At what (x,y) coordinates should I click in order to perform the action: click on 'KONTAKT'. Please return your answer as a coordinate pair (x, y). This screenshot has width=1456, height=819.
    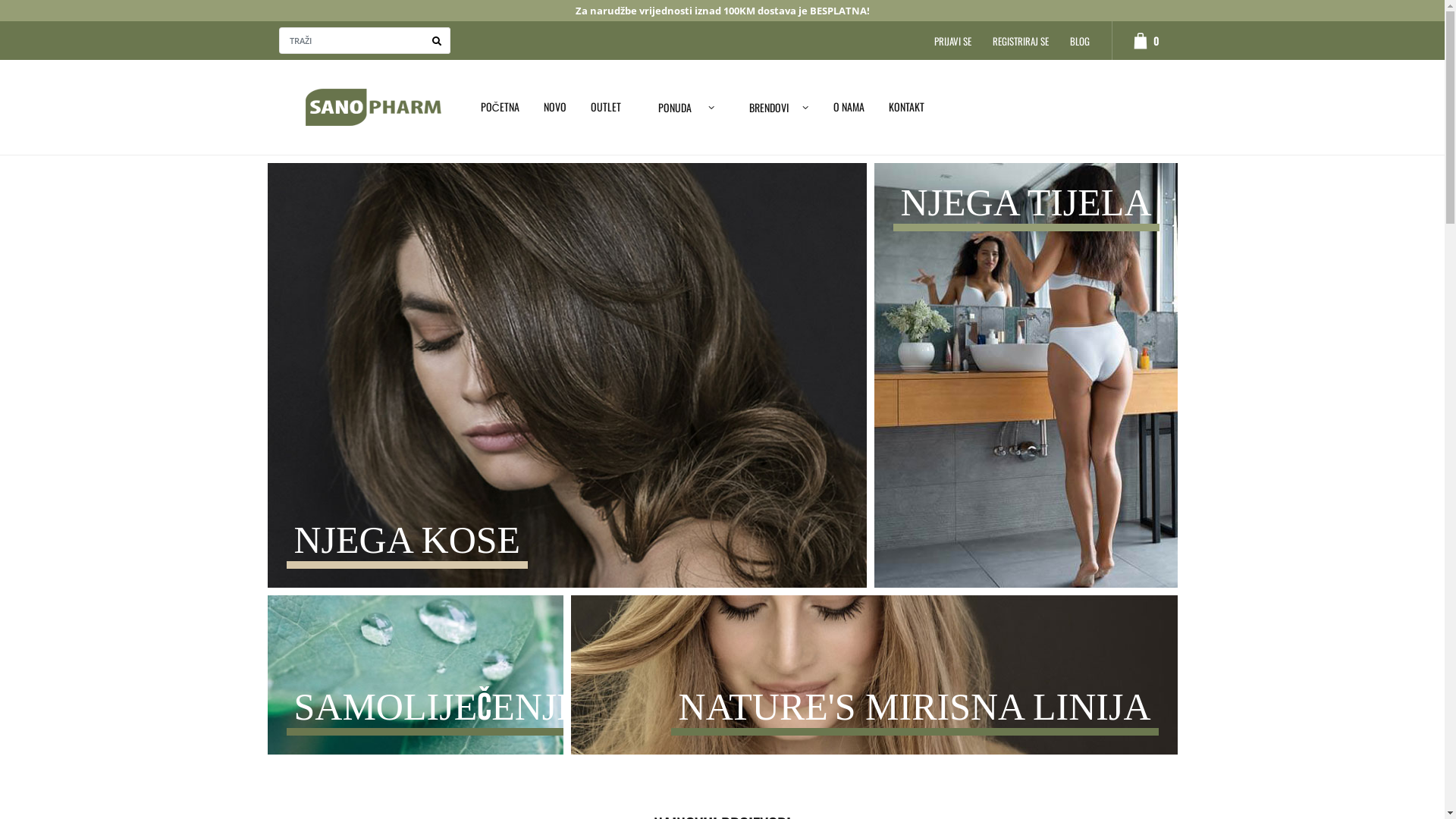
    Looking at the image, I should click on (877, 105).